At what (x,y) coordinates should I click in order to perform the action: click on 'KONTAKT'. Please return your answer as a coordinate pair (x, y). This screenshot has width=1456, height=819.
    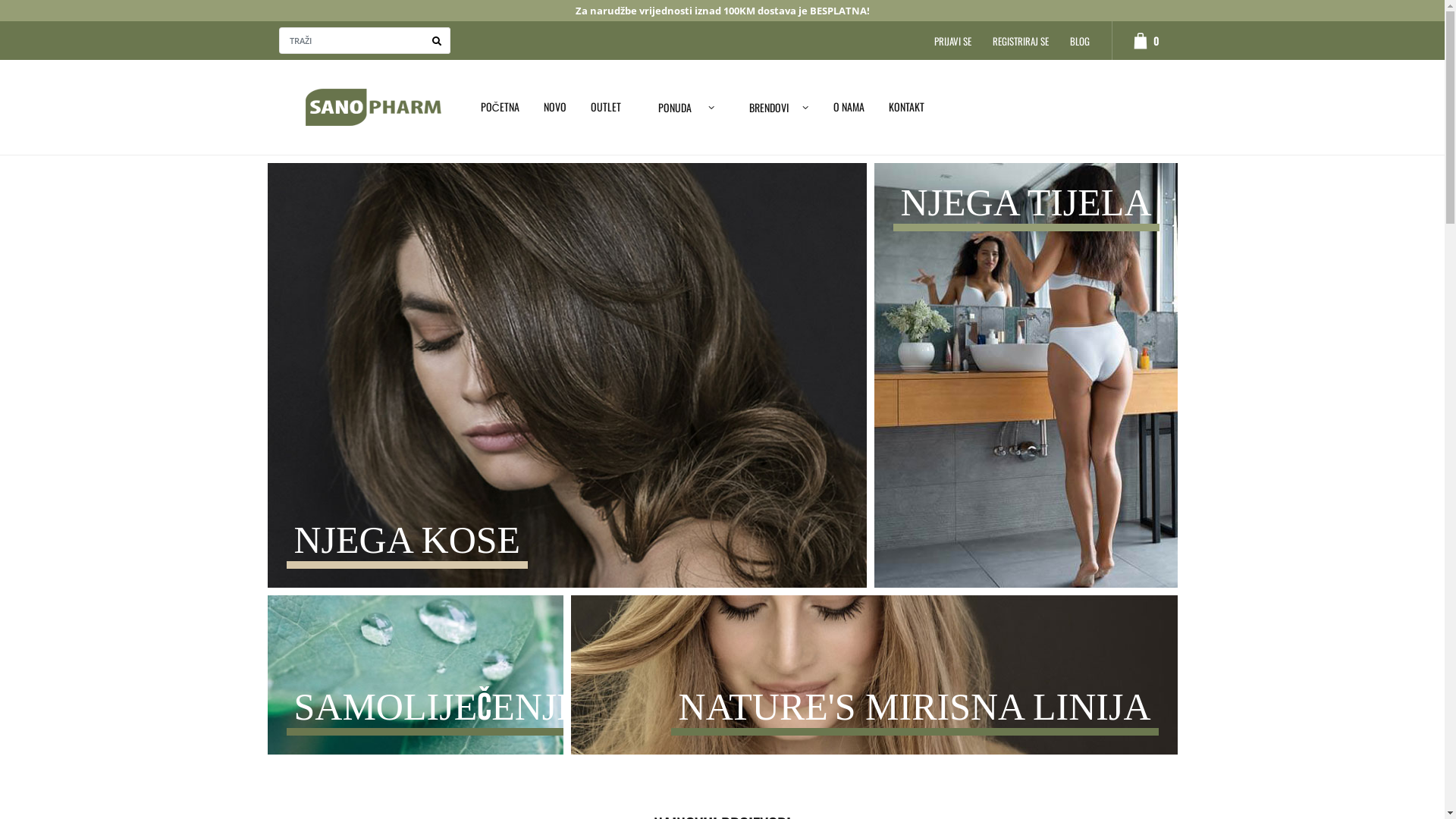
    Looking at the image, I should click on (877, 105).